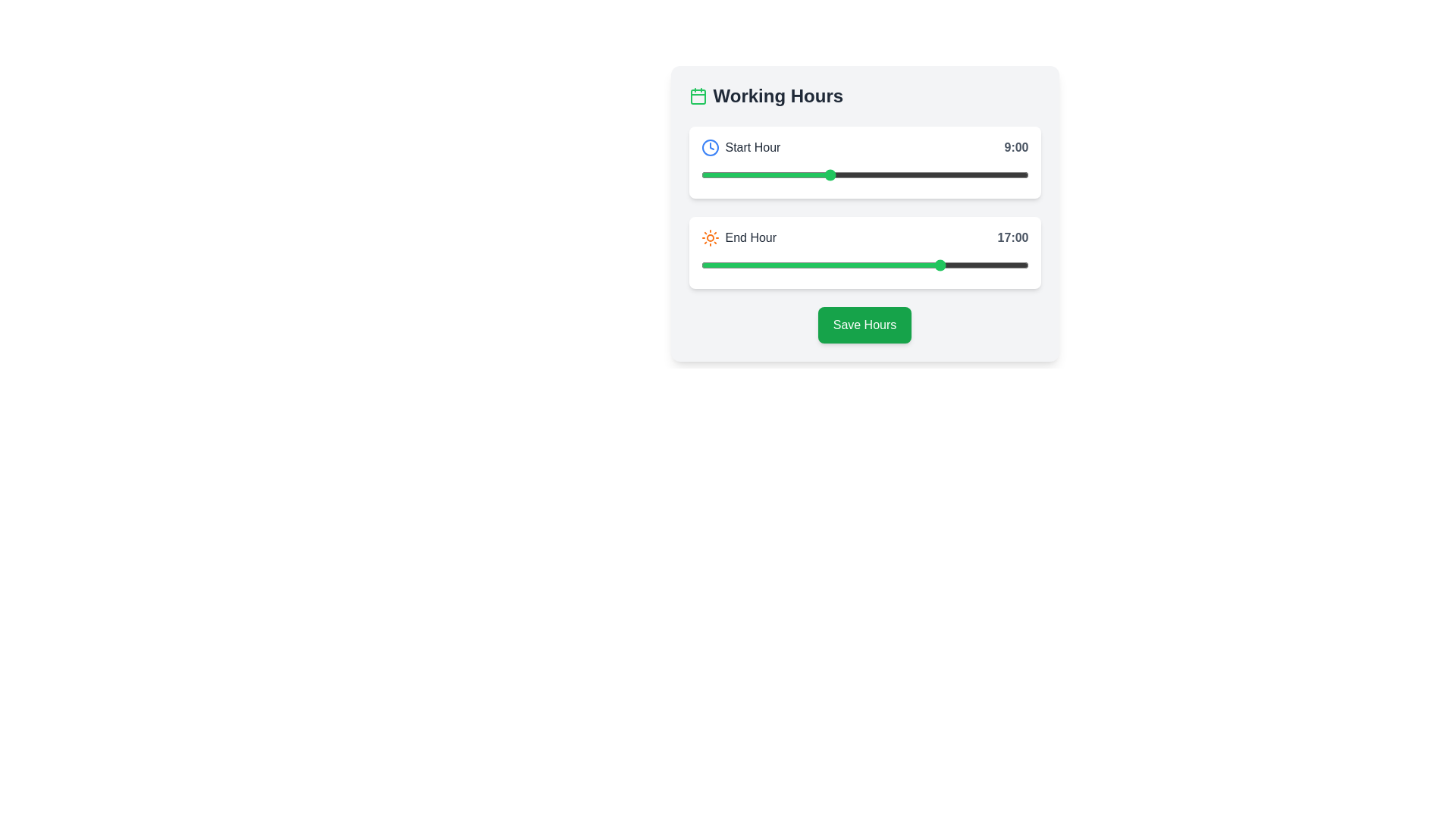 Image resolution: width=1456 pixels, height=819 pixels. Describe the element at coordinates (1016, 148) in the screenshot. I see `the Text label displaying '9:00' in bold gray font, located at the top-right corner of the 'Start Hour' section adjacent to the clock icon` at that location.